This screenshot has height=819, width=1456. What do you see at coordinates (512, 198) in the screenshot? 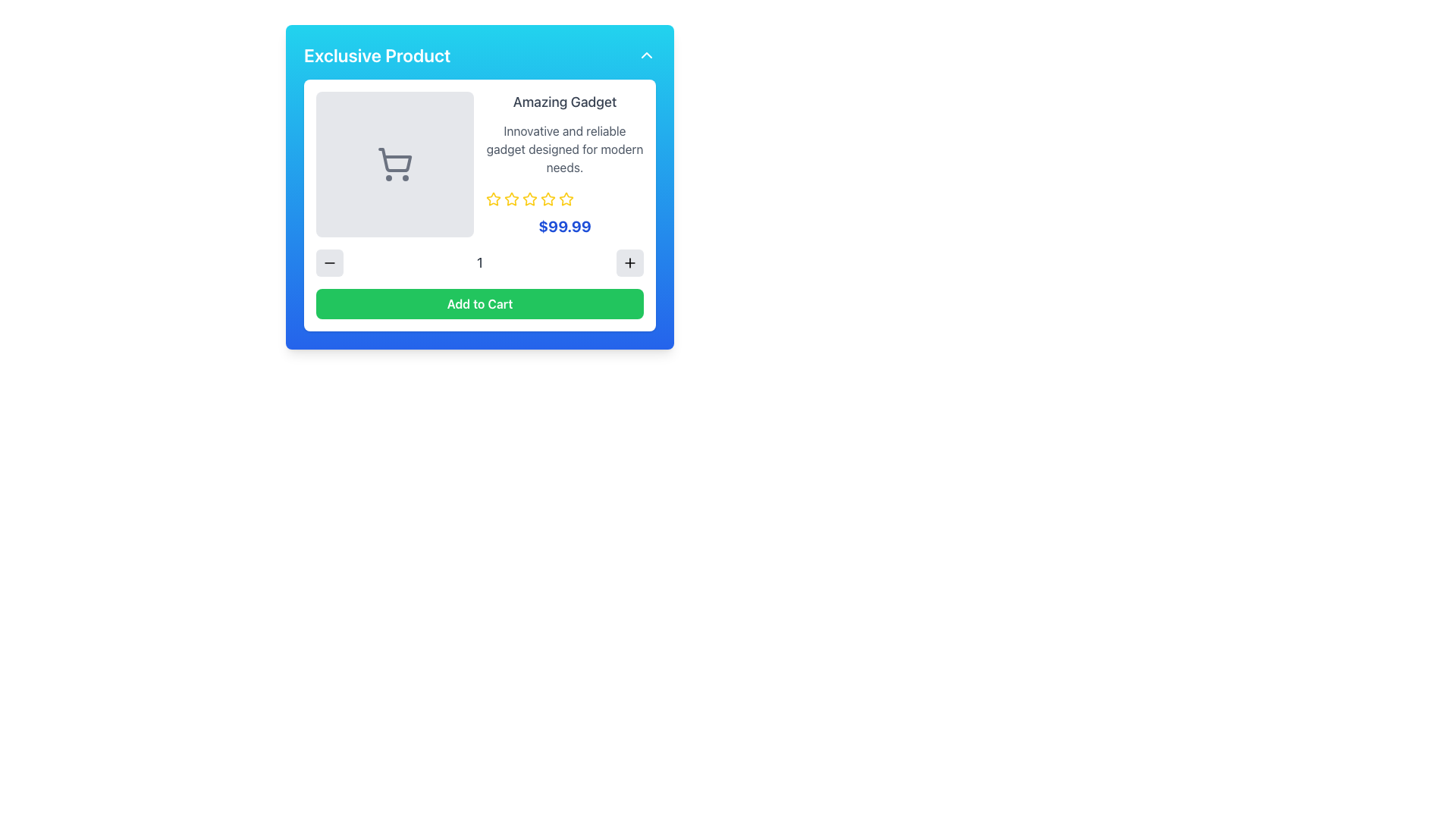
I see `the third star icon in the star rating component to rate it` at bounding box center [512, 198].